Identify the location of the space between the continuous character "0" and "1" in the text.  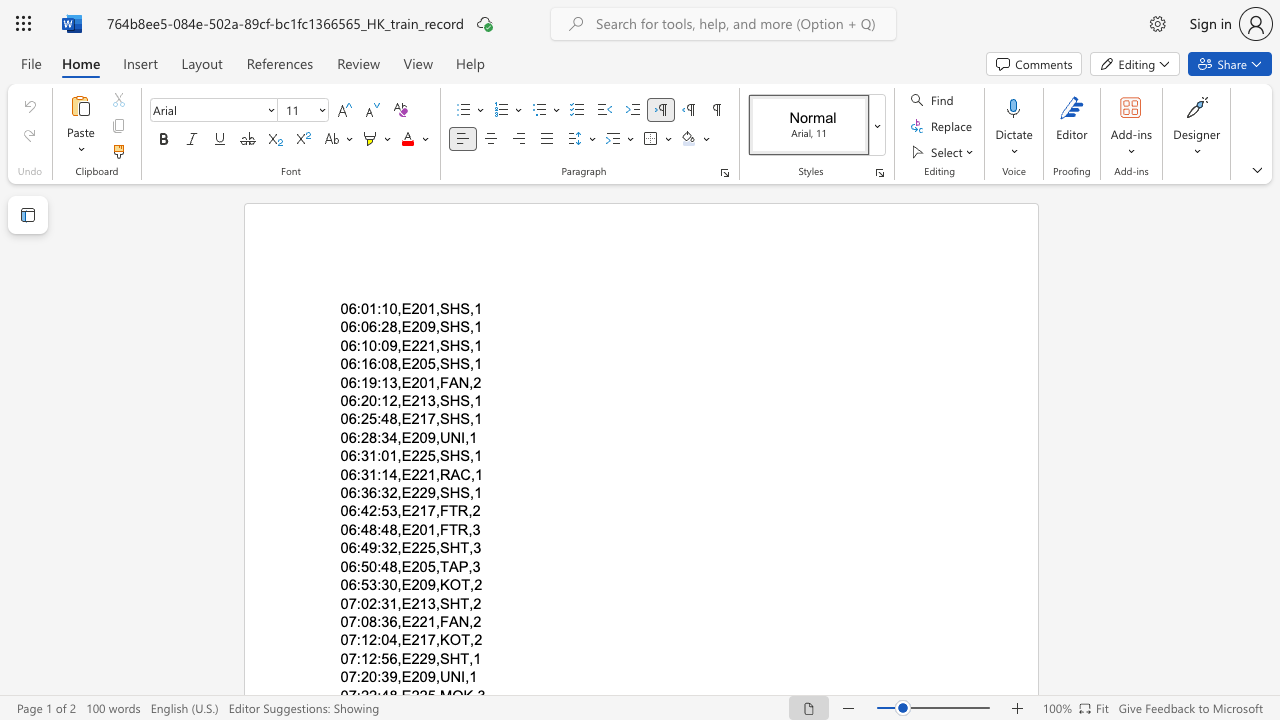
(426, 382).